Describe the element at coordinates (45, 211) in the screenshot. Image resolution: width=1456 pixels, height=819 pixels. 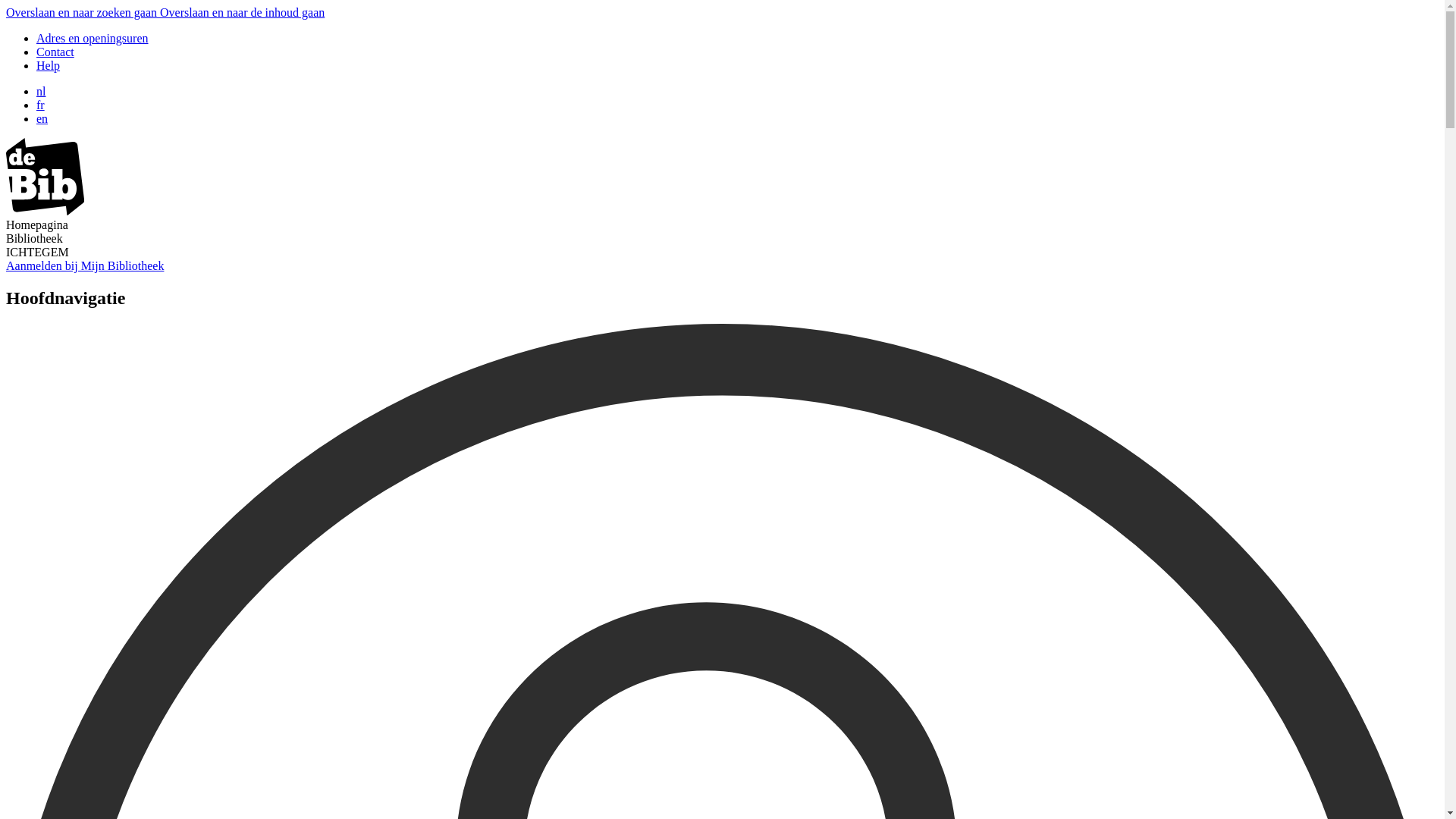
I see `'image/svg+xml'` at that location.